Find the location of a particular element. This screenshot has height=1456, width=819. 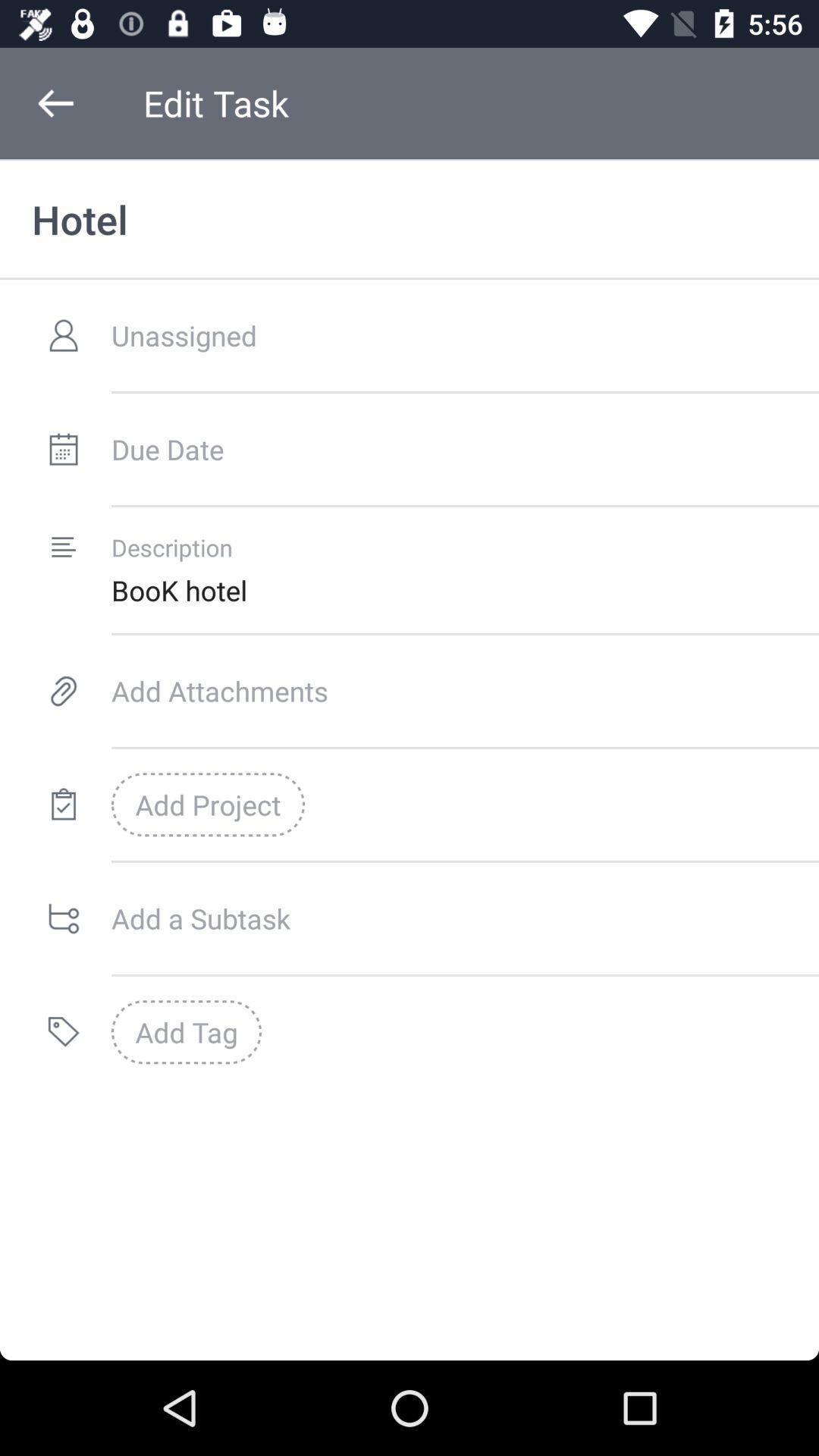

attatchments is located at coordinates (464, 690).